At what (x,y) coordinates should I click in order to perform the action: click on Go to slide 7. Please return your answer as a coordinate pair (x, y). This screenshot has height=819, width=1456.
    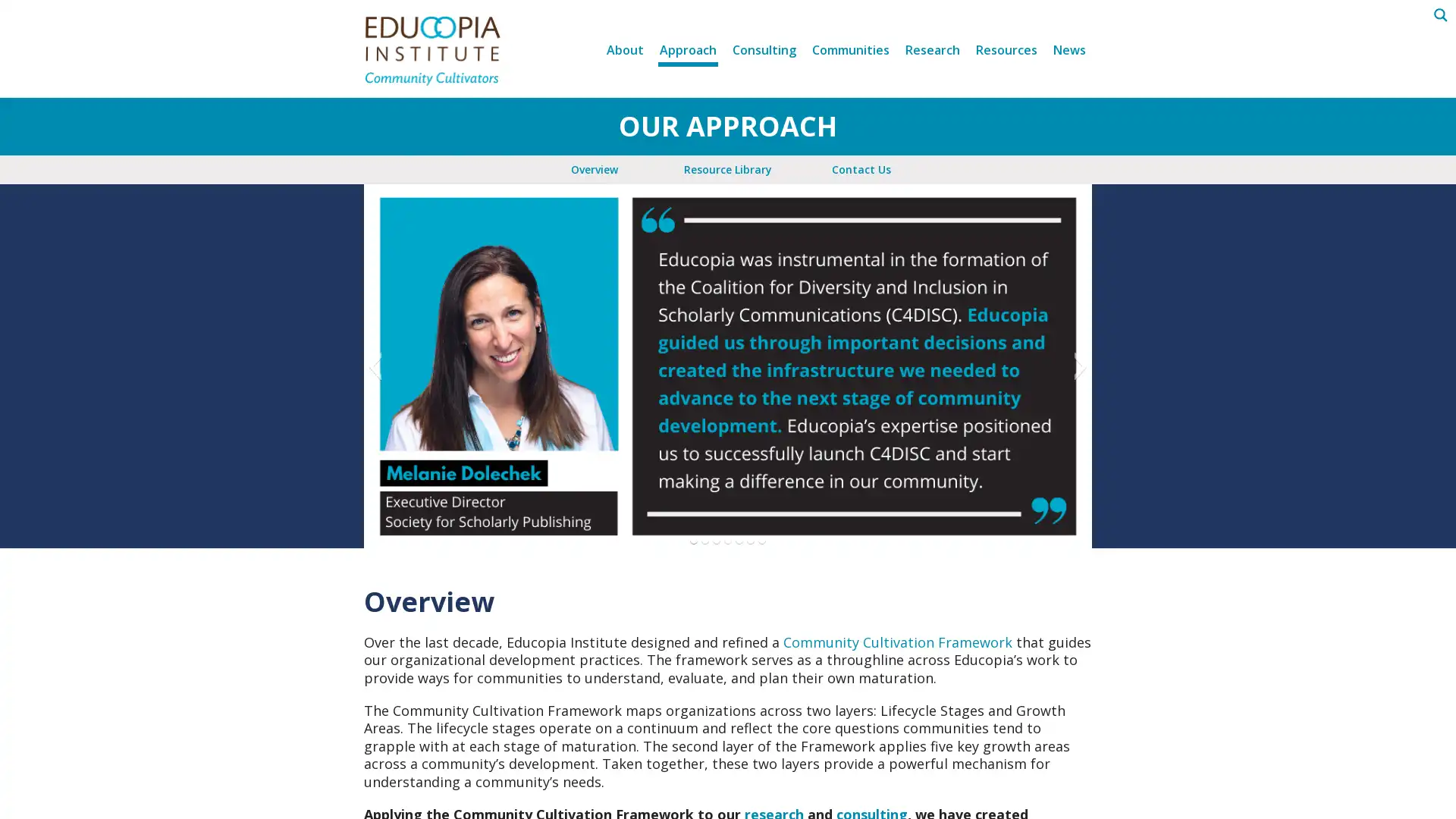
    Looking at the image, I should click on (761, 539).